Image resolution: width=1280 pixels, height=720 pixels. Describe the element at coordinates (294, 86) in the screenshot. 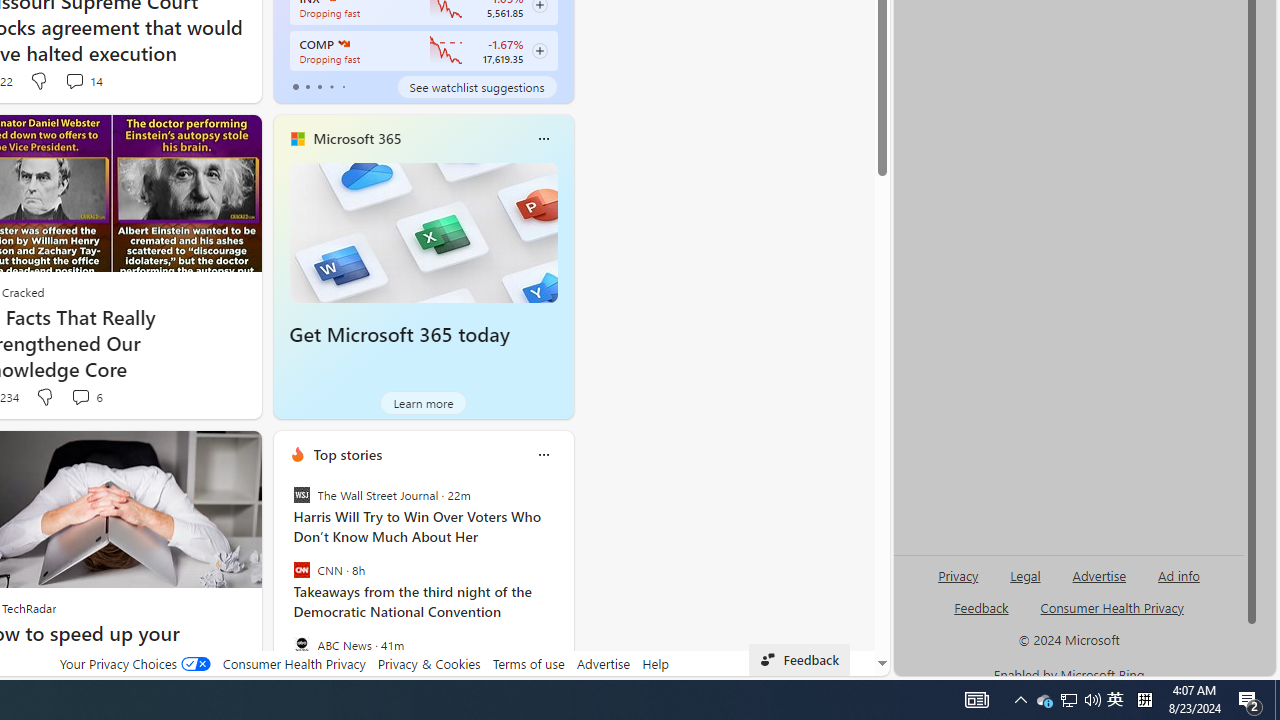

I see `'tab-0'` at that location.